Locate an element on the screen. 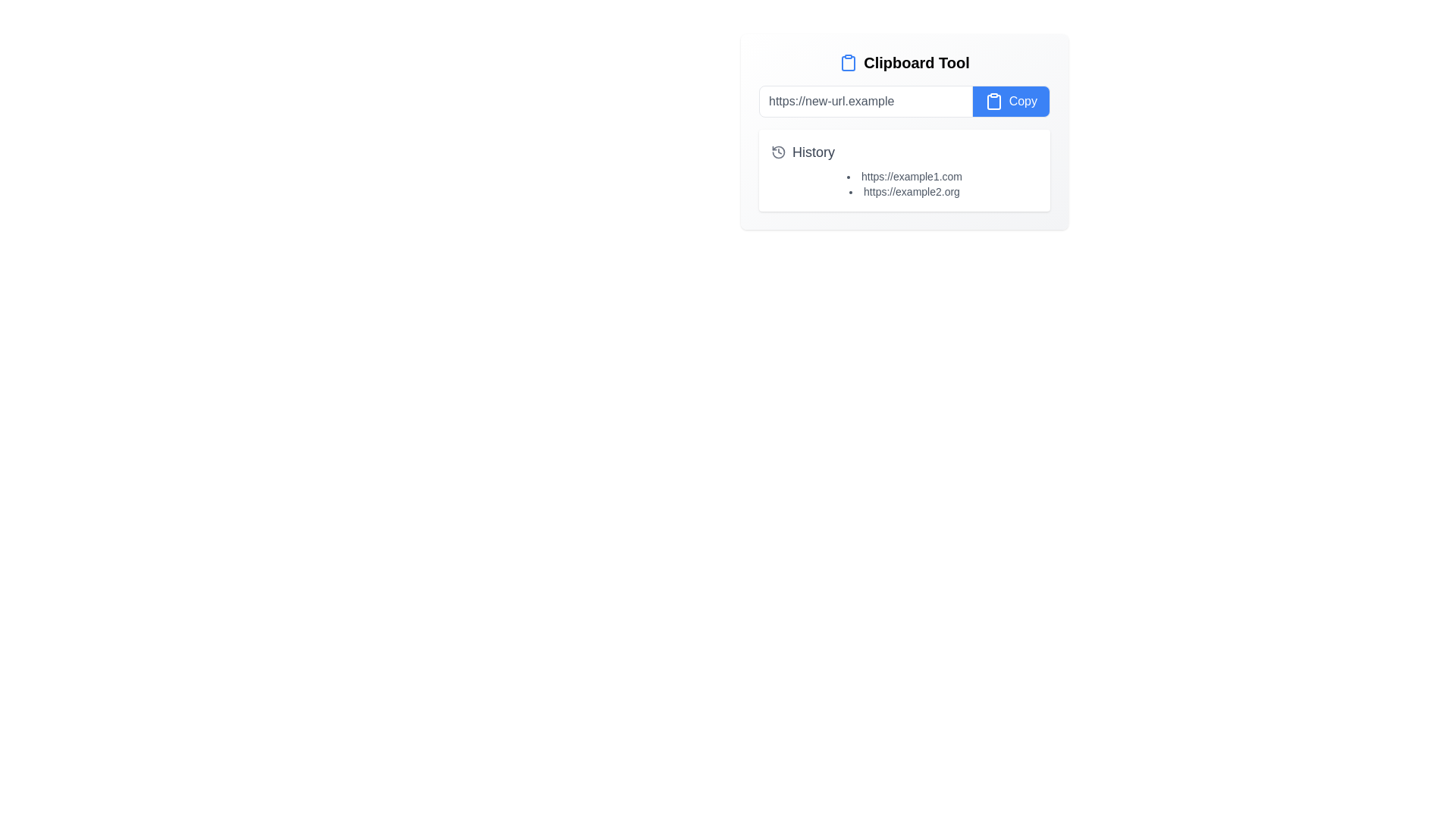  the lower half of the clipboard icon, which is a vertically oriented rectangular element with curved edges and a thin border is located at coordinates (993, 102).